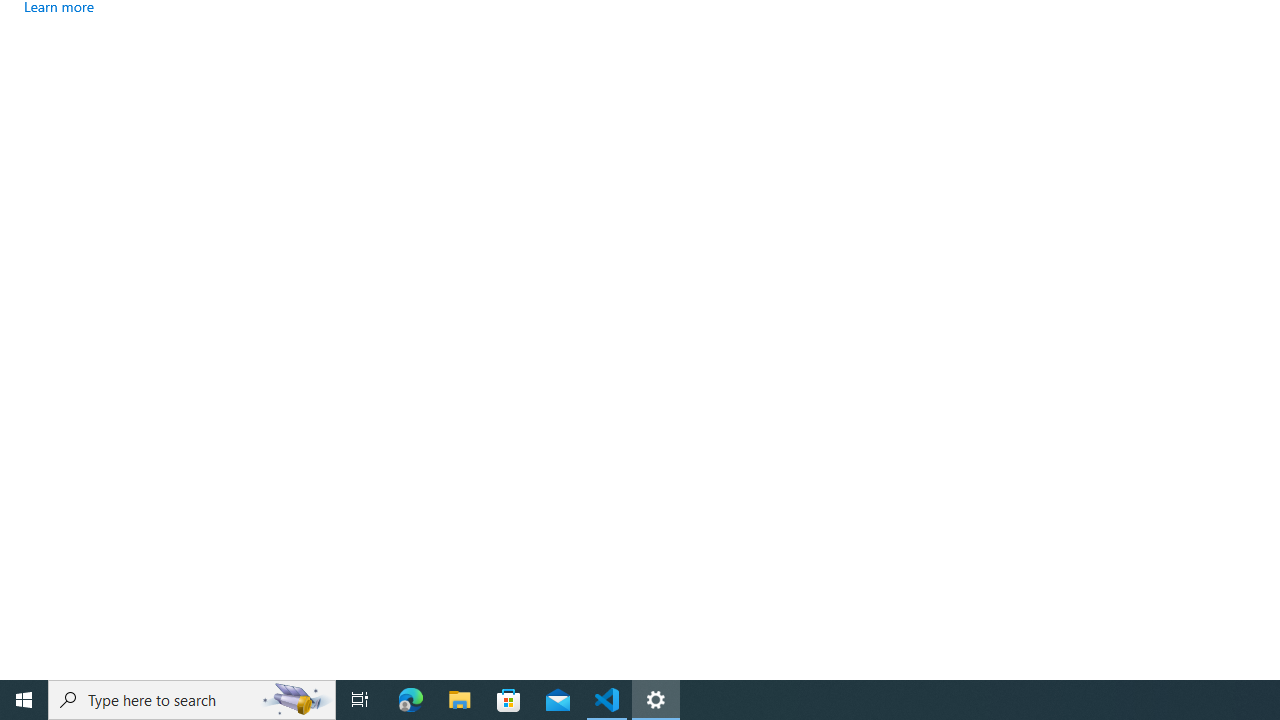 This screenshot has height=720, width=1280. Describe the element at coordinates (24, 698) in the screenshot. I see `'Start'` at that location.